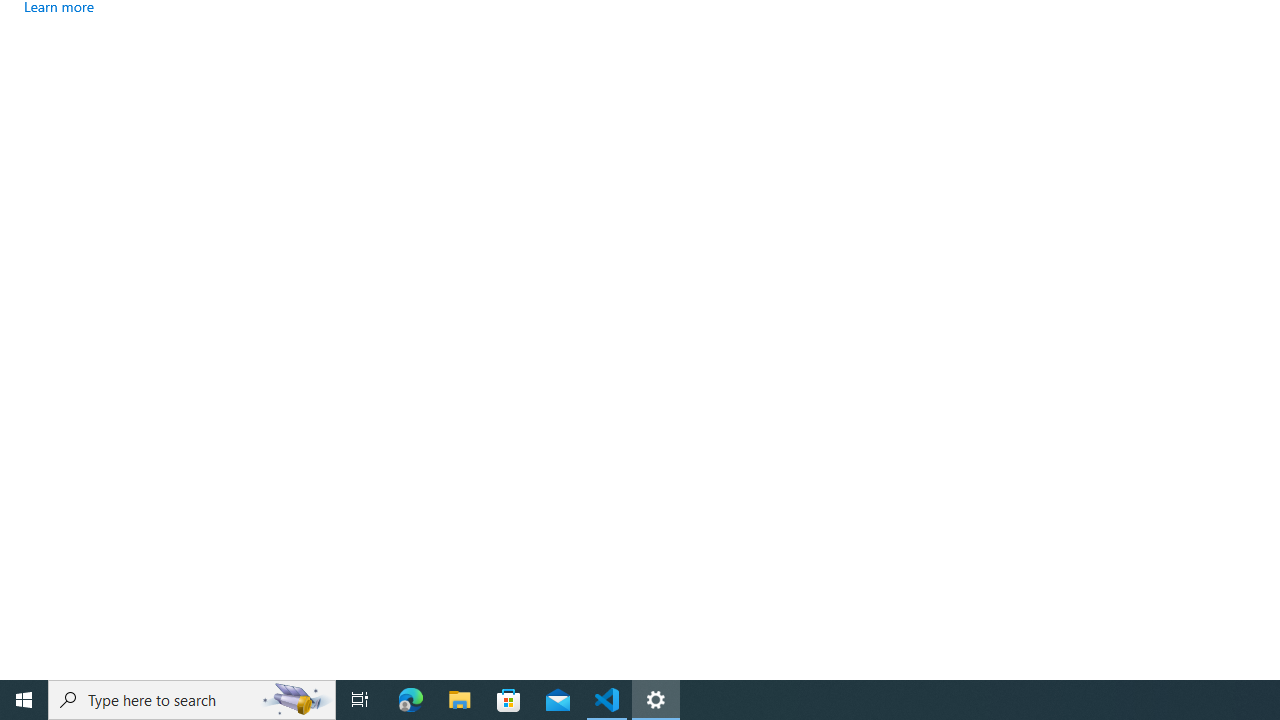 This screenshot has height=720, width=1280. Describe the element at coordinates (24, 698) in the screenshot. I see `'Start'` at that location.